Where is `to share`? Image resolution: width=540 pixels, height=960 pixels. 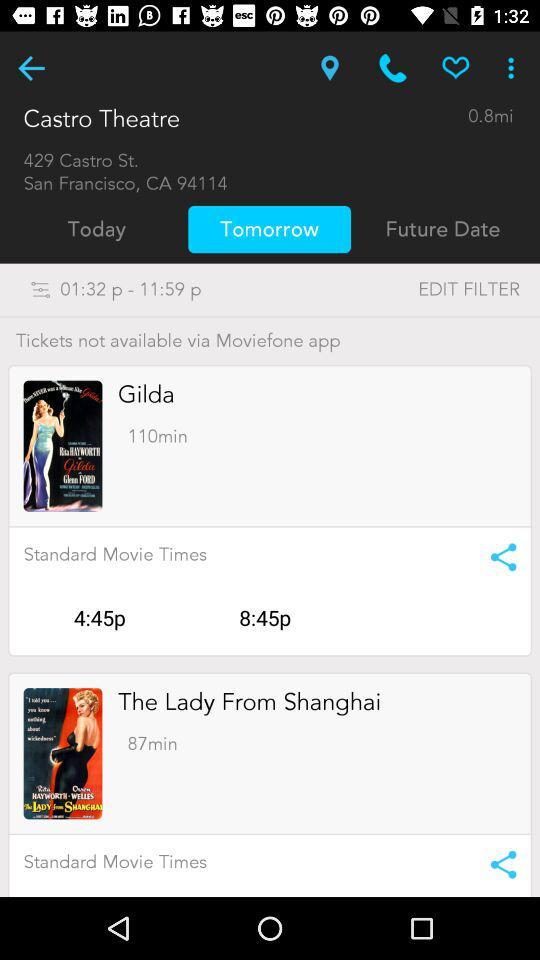
to share is located at coordinates (496, 557).